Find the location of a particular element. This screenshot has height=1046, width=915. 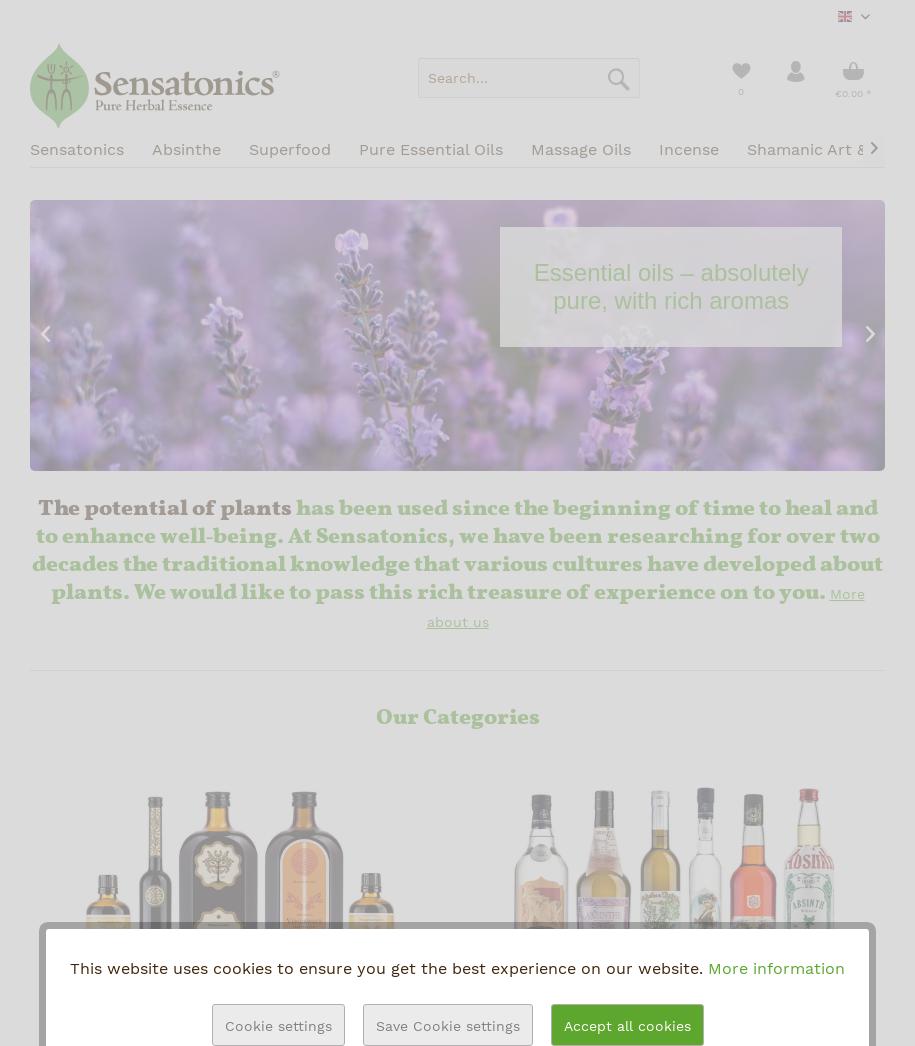

'Save Cookie settings' is located at coordinates (446, 1026).